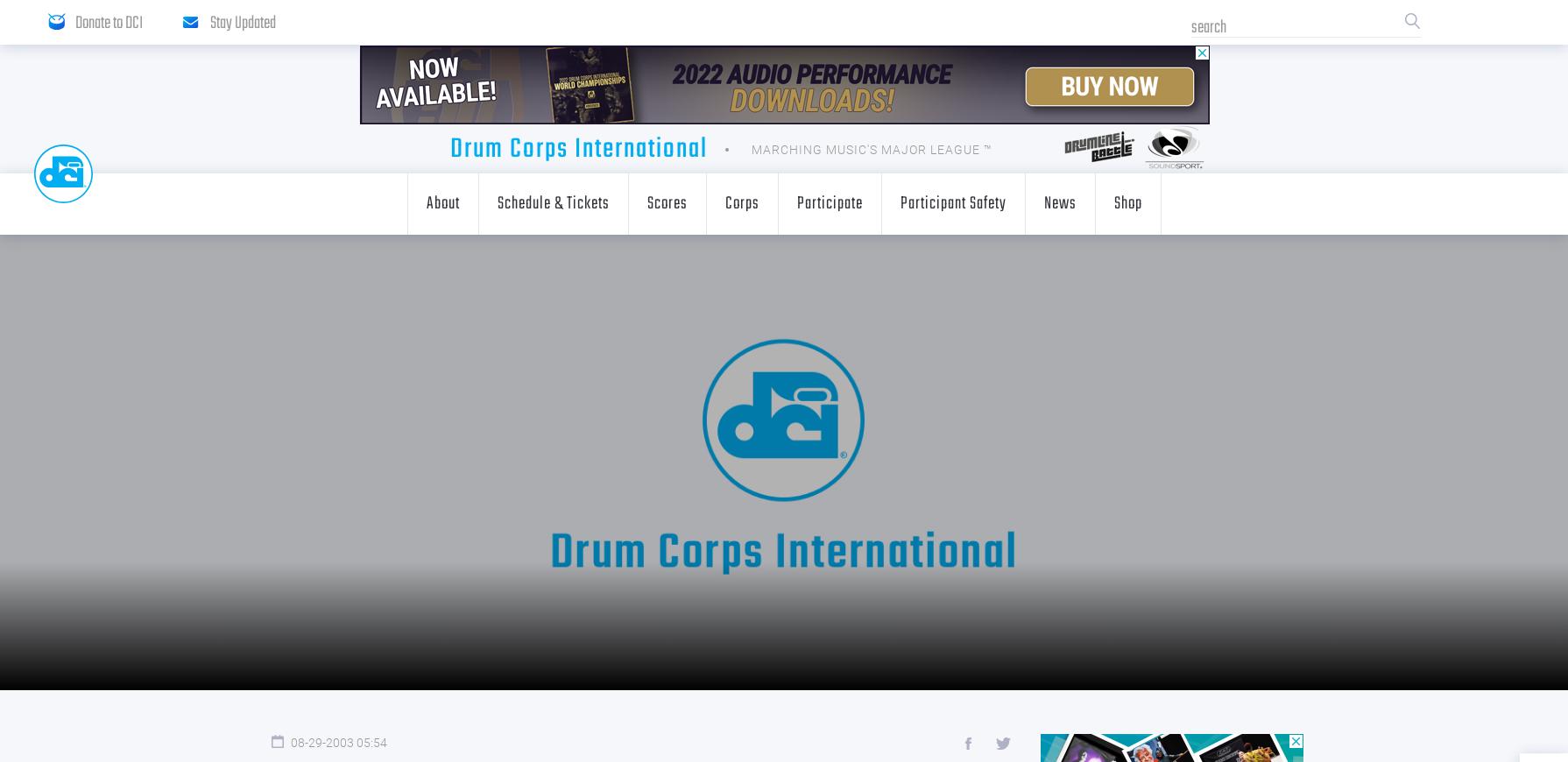 The image size is (1568, 762). Describe the element at coordinates (626, 308) in the screenshot. I see `'Digital Downloads'` at that location.